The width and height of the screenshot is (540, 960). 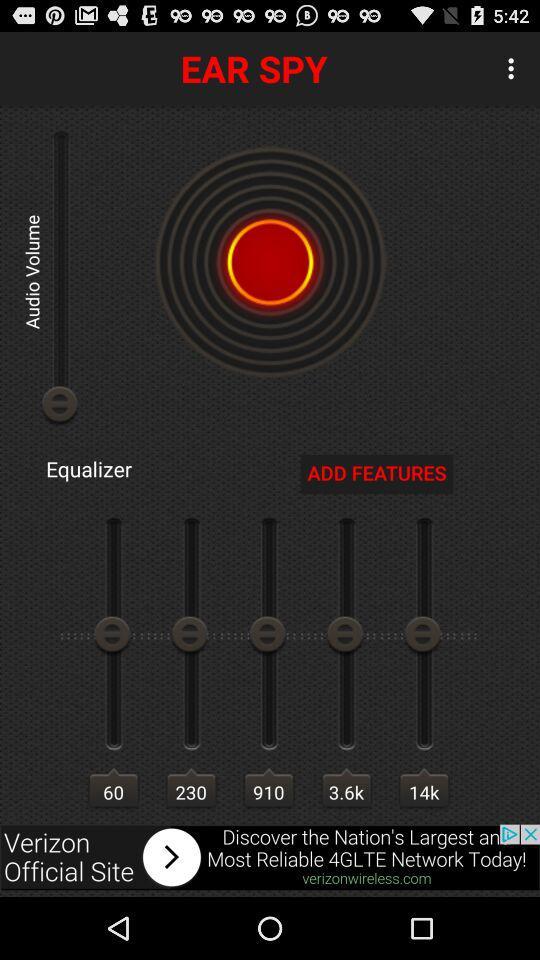 What do you see at coordinates (270, 261) in the screenshot?
I see `option` at bounding box center [270, 261].